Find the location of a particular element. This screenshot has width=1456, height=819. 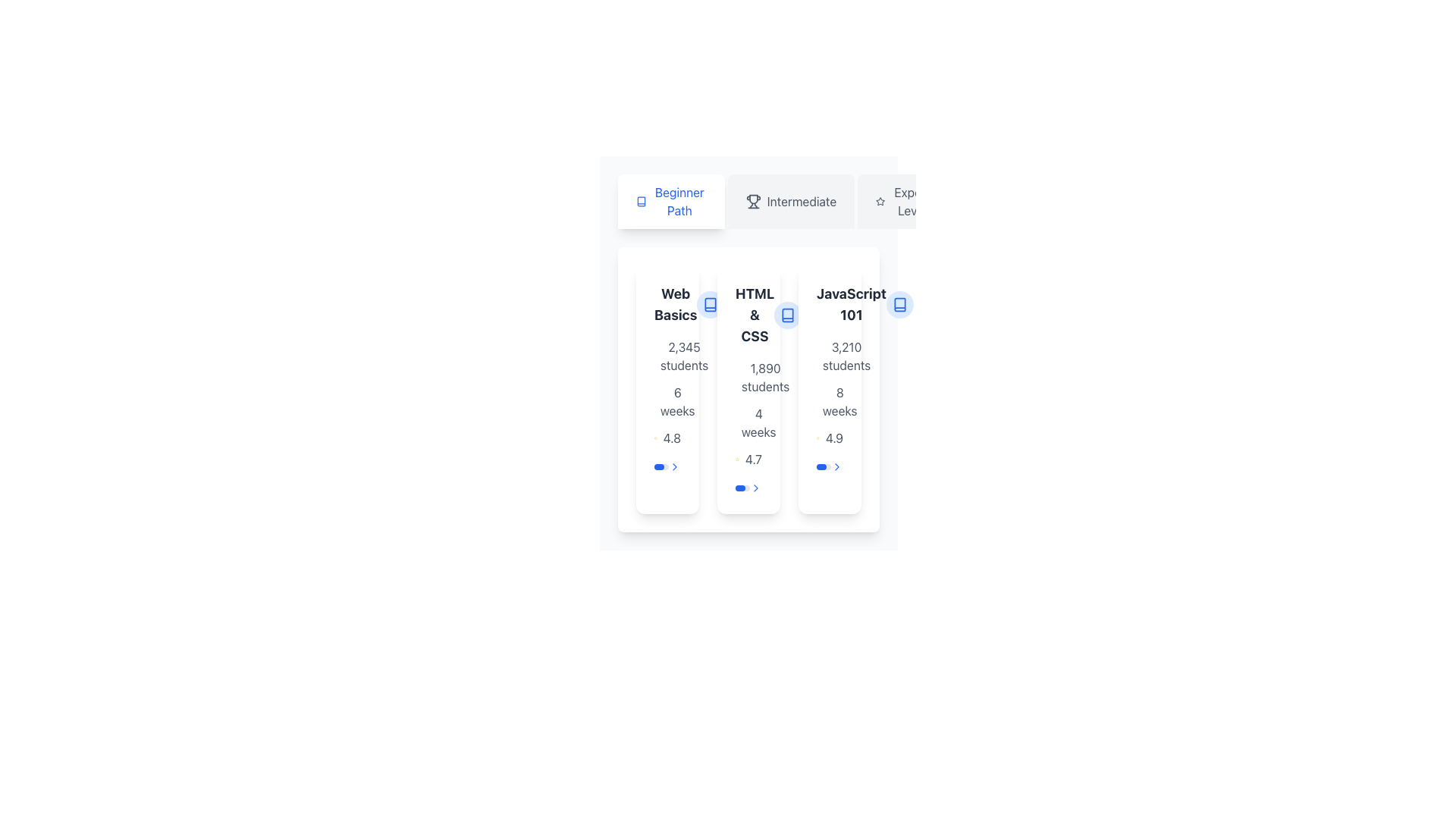

the rectangular button labeled 'Intermediate' with a trophy icon on its left is located at coordinates (790, 201).